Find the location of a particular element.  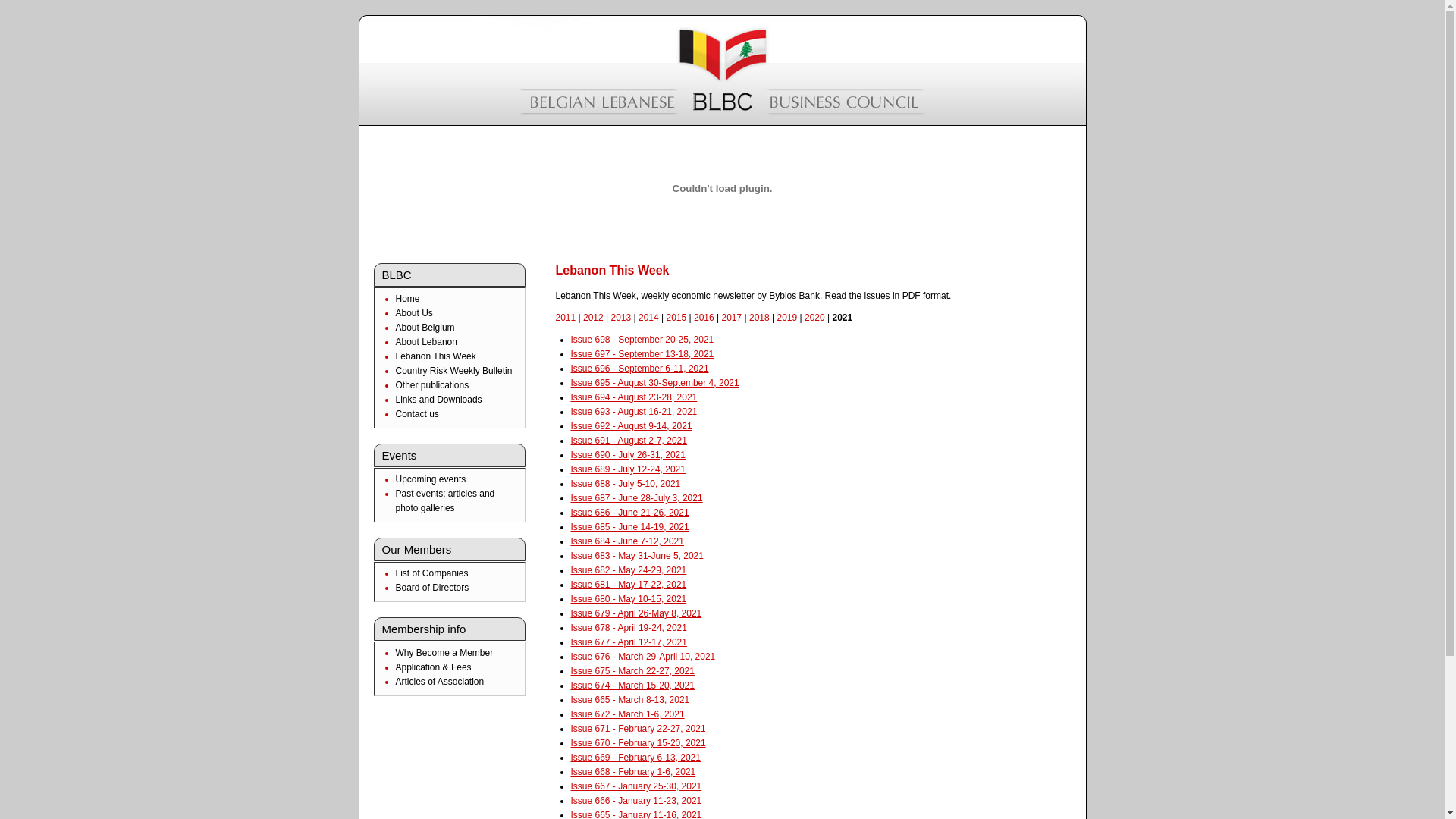

'Issue 666 - January 11-23, 2021' is located at coordinates (635, 800).